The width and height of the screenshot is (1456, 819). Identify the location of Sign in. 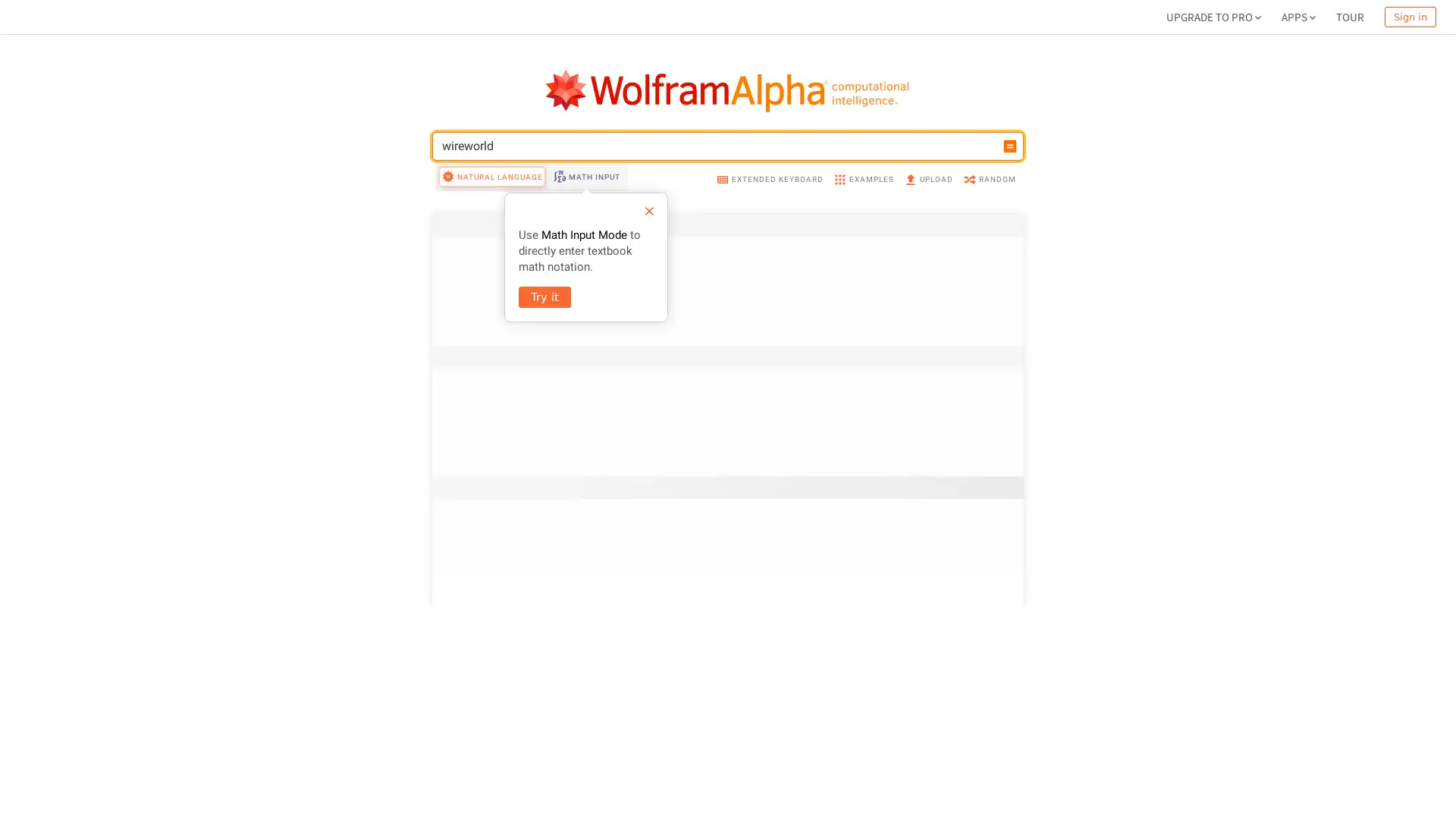
(1410, 17).